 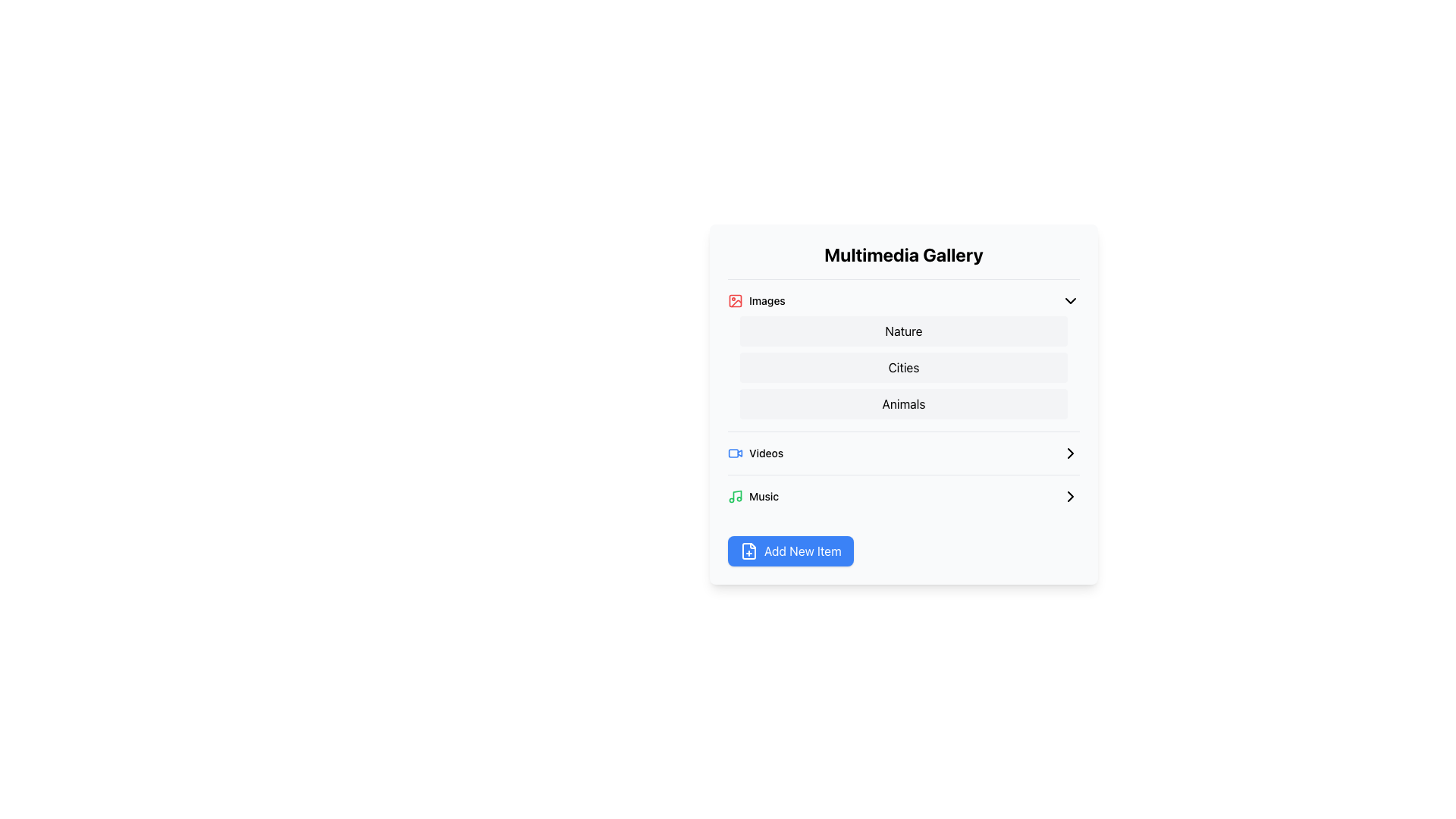 I want to click on the small square icon with rounded corners that has a red outlined box and an internal diagonal line, located in the 'Multimedia Gallery' section, so click(x=735, y=301).